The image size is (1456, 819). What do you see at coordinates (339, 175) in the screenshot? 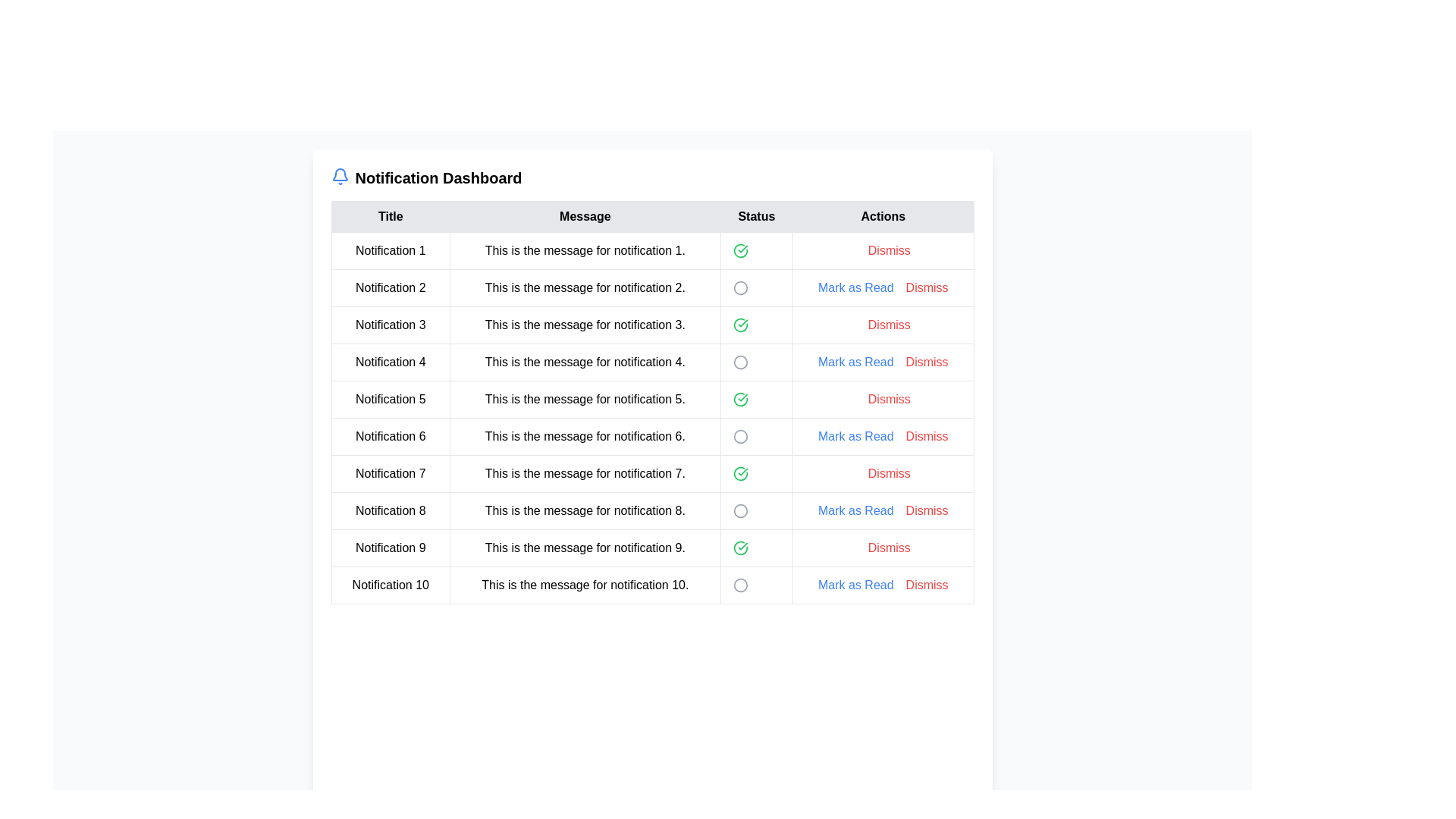
I see `the notification icon located to the left of the 'Notification Dashboard' text in the header section` at bounding box center [339, 175].